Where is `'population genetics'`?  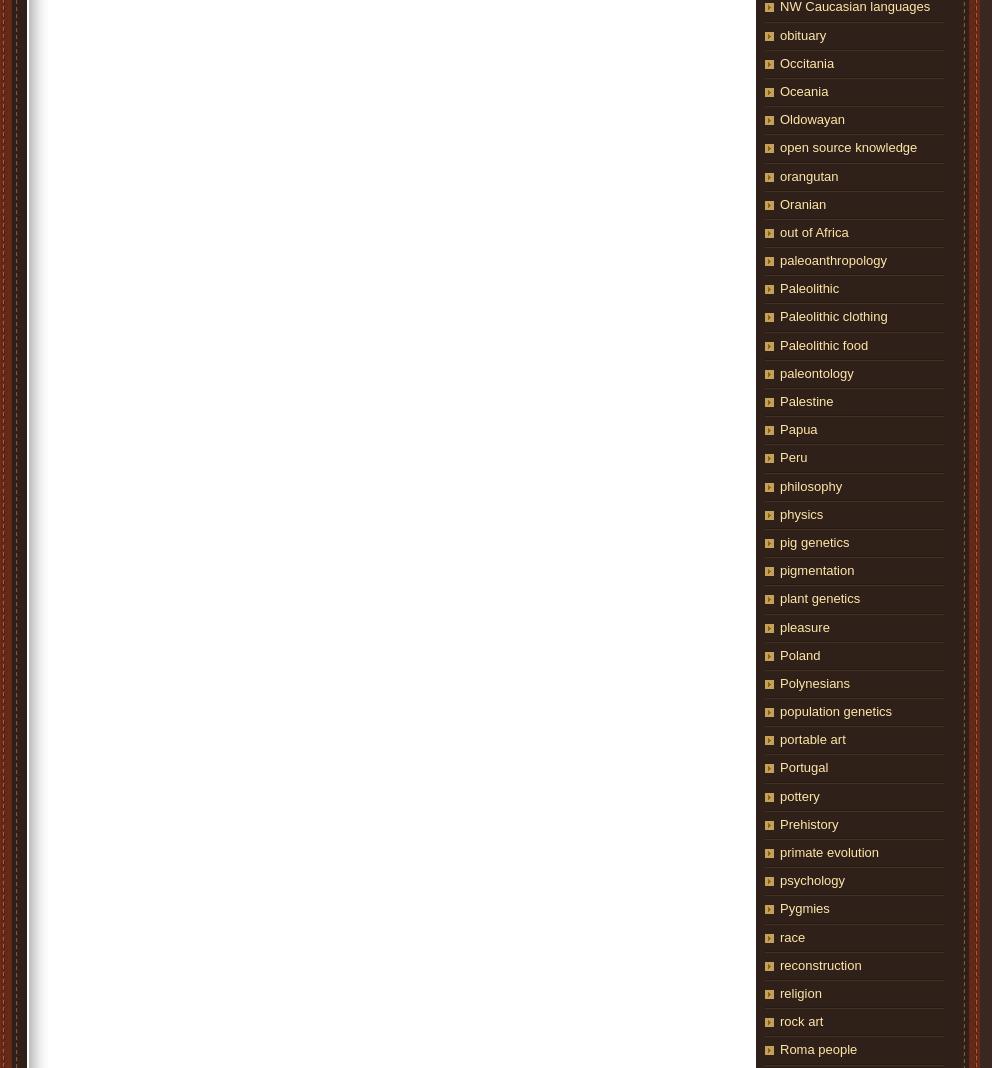
'population genetics' is located at coordinates (834, 711).